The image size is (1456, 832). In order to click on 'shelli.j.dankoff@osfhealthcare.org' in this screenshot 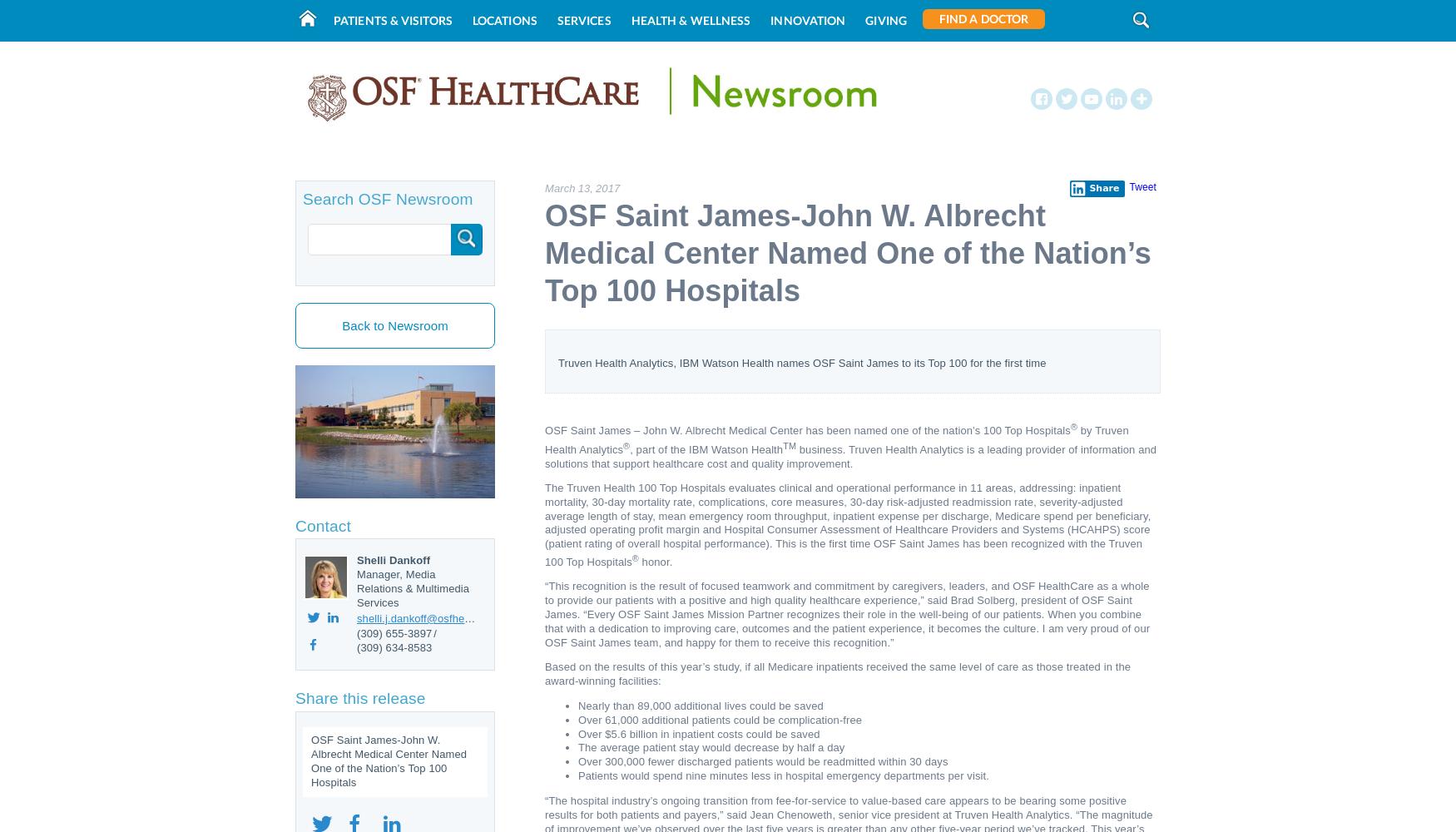, I will do `click(438, 617)`.